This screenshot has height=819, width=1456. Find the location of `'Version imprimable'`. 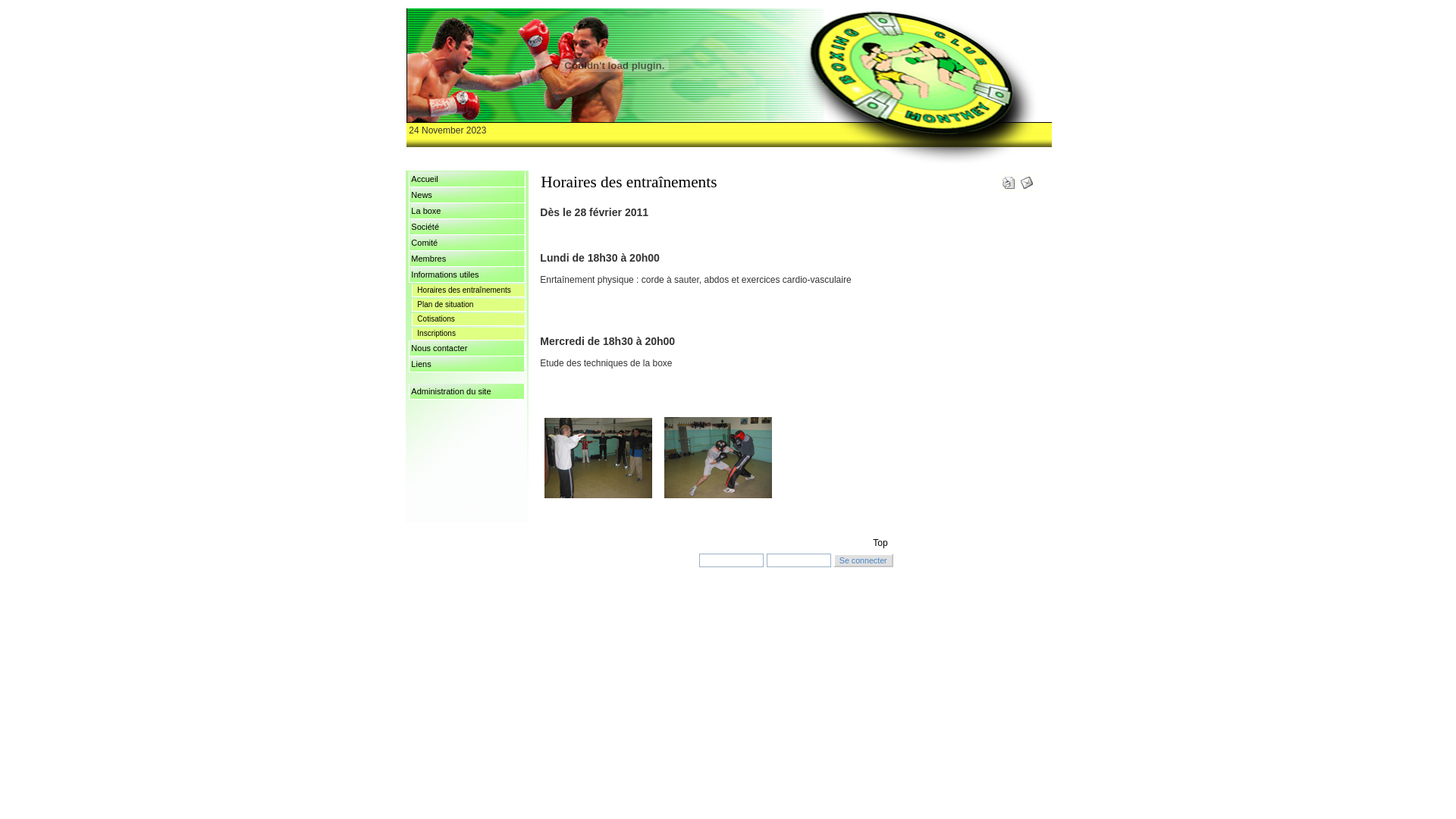

'Version imprimable' is located at coordinates (1002, 178).